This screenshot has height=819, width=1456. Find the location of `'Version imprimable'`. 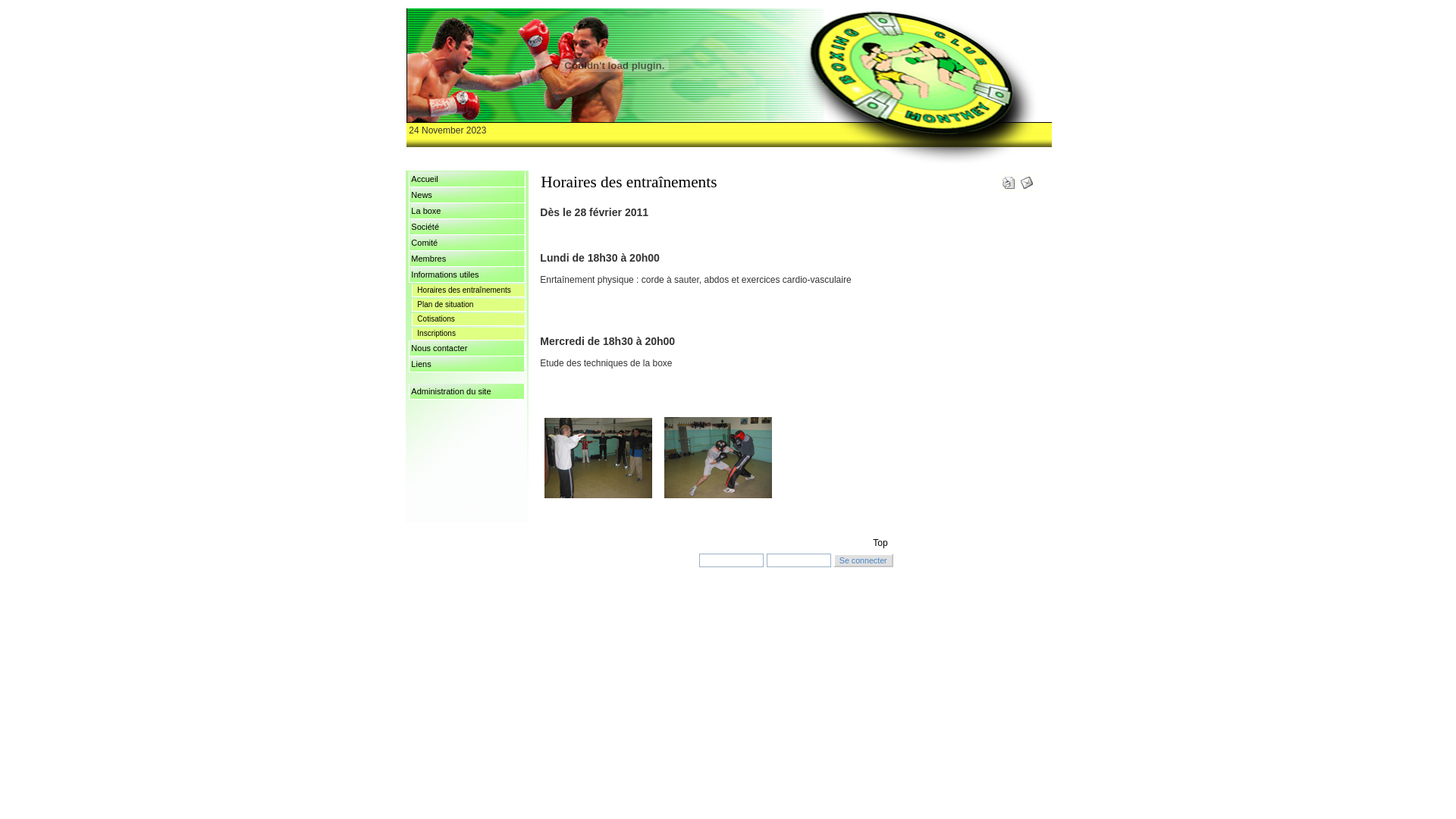

'Version imprimable' is located at coordinates (1002, 178).